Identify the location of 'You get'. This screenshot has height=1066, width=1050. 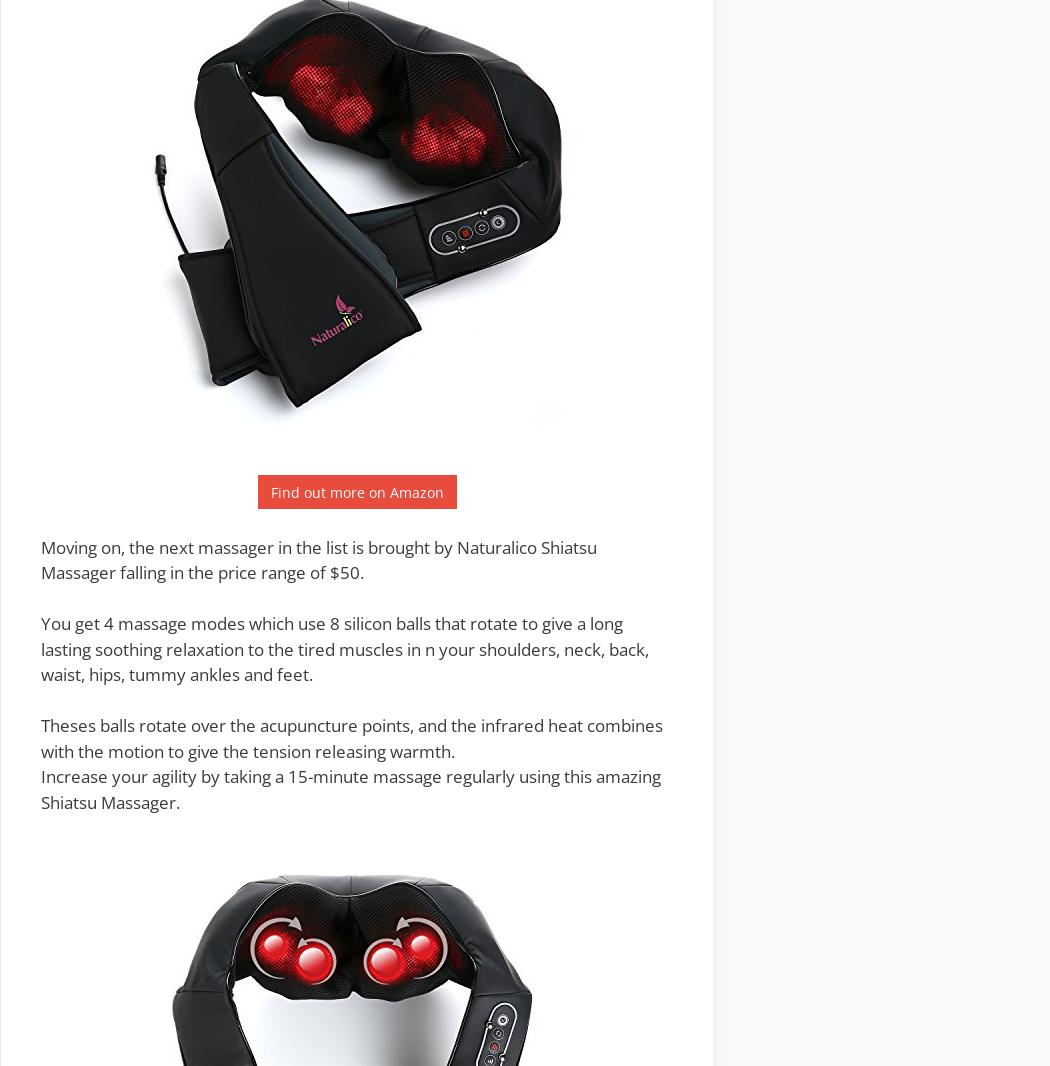
(39, 622).